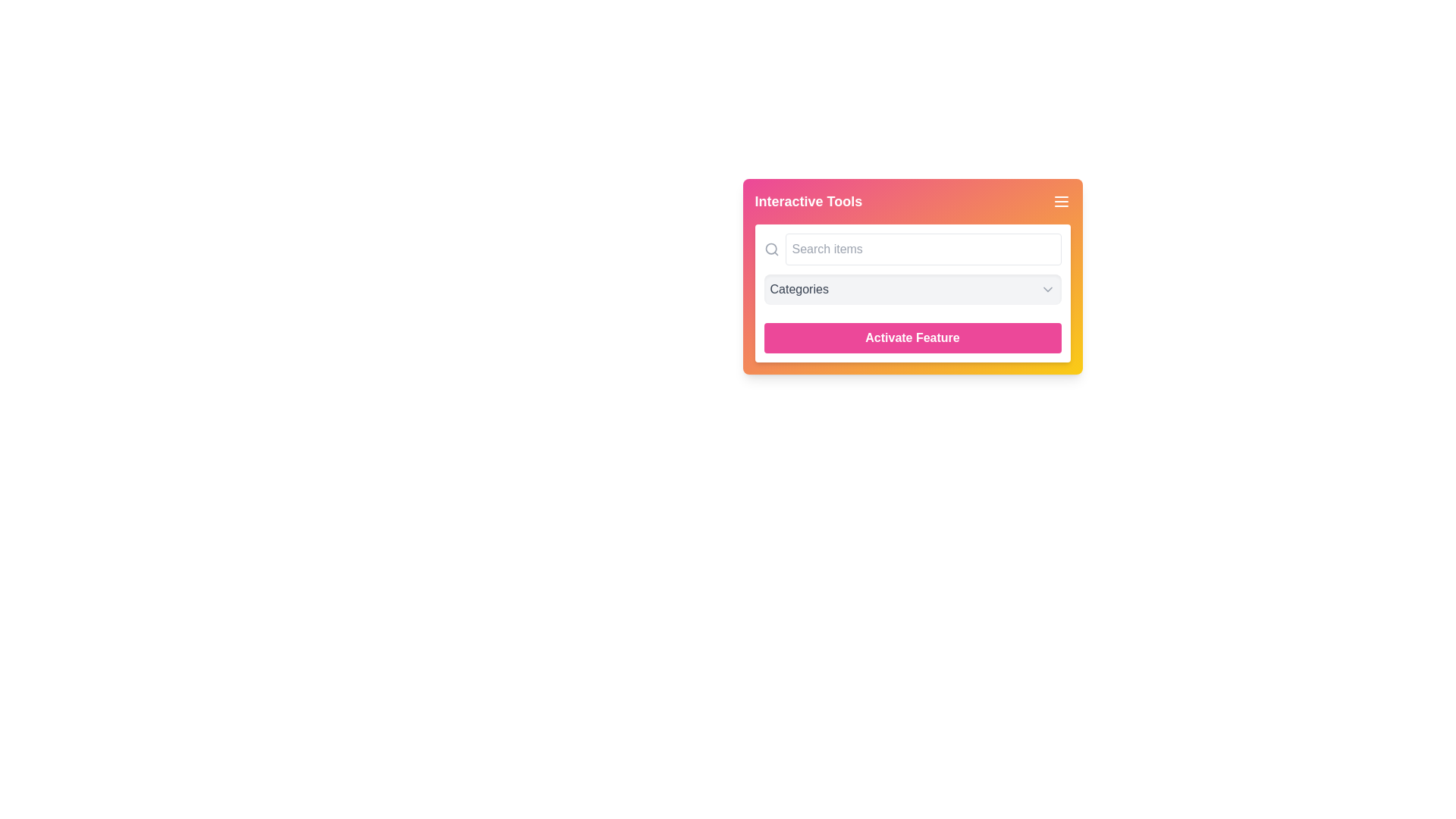 The height and width of the screenshot is (819, 1456). Describe the element at coordinates (1046, 289) in the screenshot. I see `the Dropdown Indicator Icon located to the right of the 'Categories' label` at that location.